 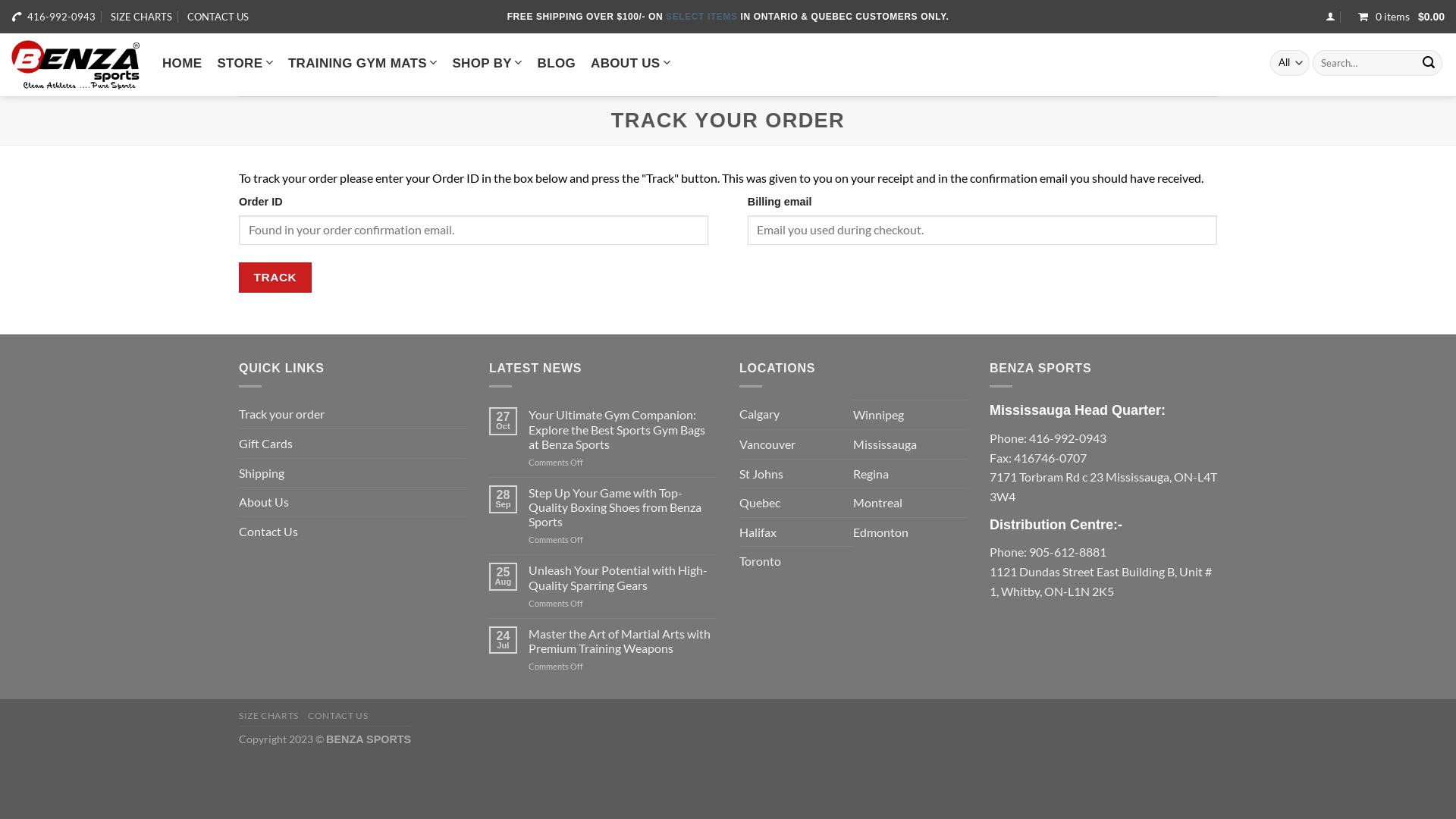 What do you see at coordinates (265, 444) in the screenshot?
I see `'Gift Cards'` at bounding box center [265, 444].